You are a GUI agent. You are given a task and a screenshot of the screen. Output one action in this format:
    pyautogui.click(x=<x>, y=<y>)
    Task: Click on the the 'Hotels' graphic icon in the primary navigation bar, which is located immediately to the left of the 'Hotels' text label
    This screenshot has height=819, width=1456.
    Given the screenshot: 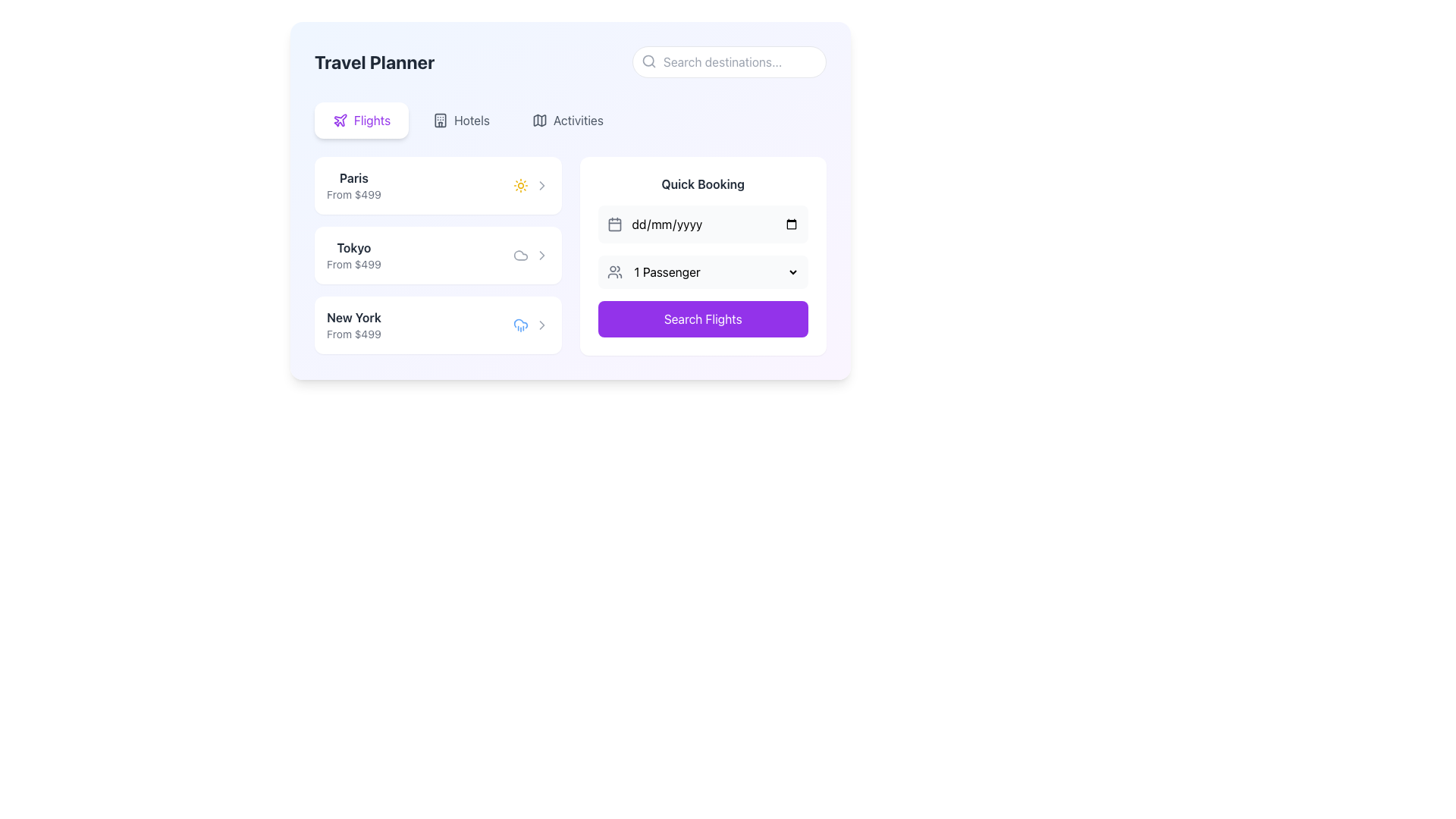 What is the action you would take?
    pyautogui.click(x=440, y=119)
    